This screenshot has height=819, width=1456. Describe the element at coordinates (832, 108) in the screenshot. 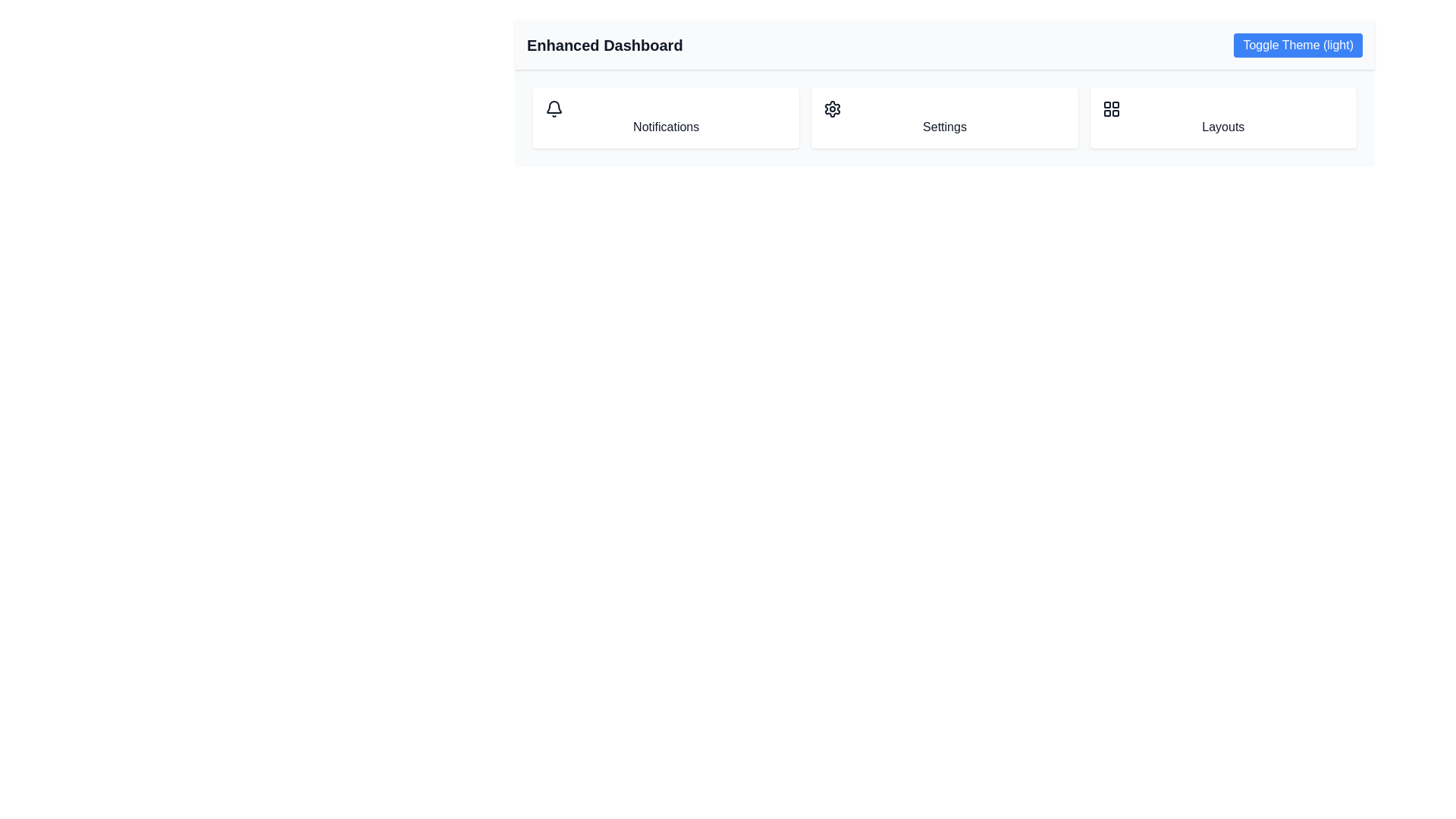

I see `the gear icon located` at that location.